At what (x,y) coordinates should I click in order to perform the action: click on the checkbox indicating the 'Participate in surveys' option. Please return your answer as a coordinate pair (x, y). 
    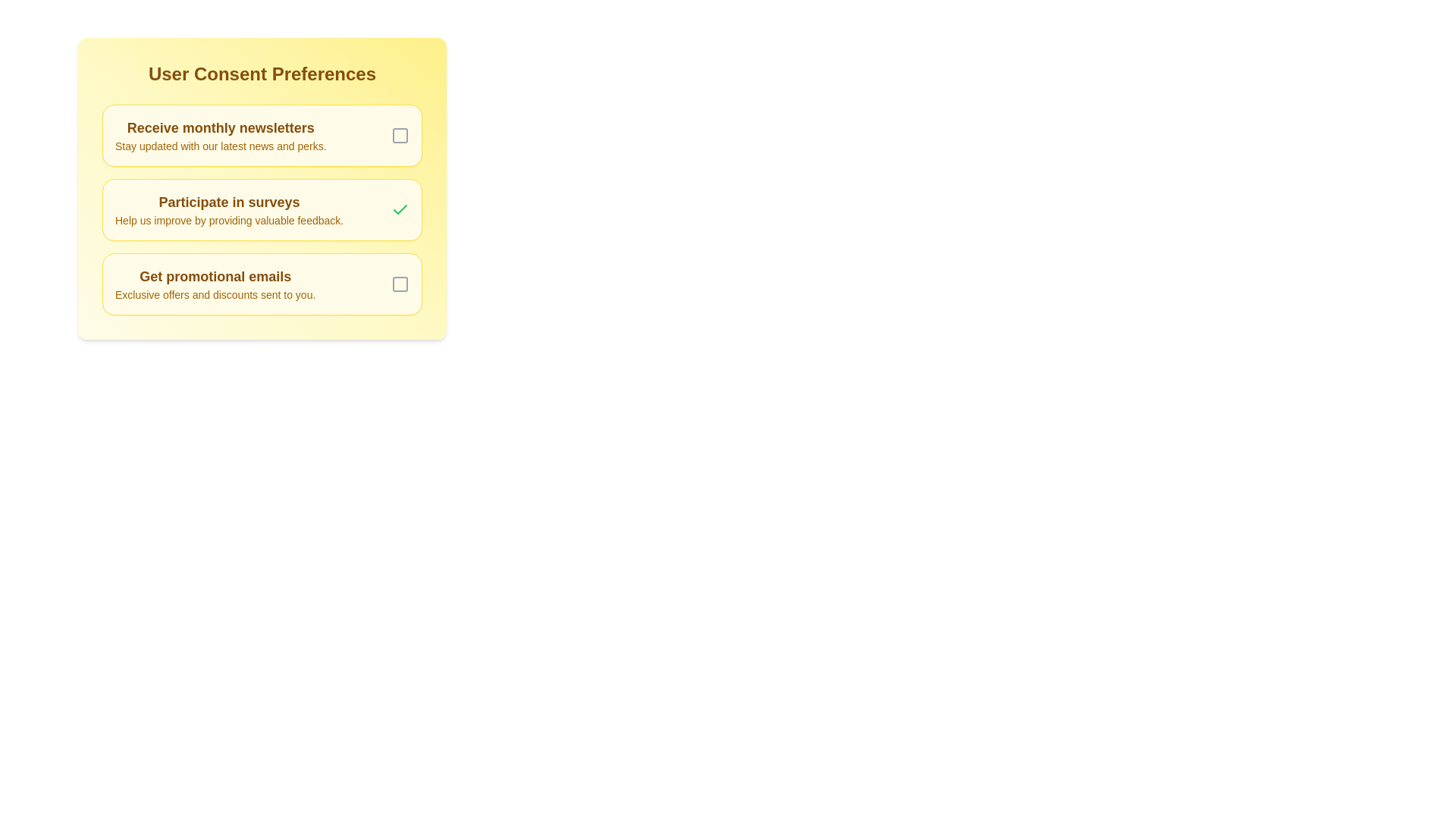
    Looking at the image, I should click on (400, 210).